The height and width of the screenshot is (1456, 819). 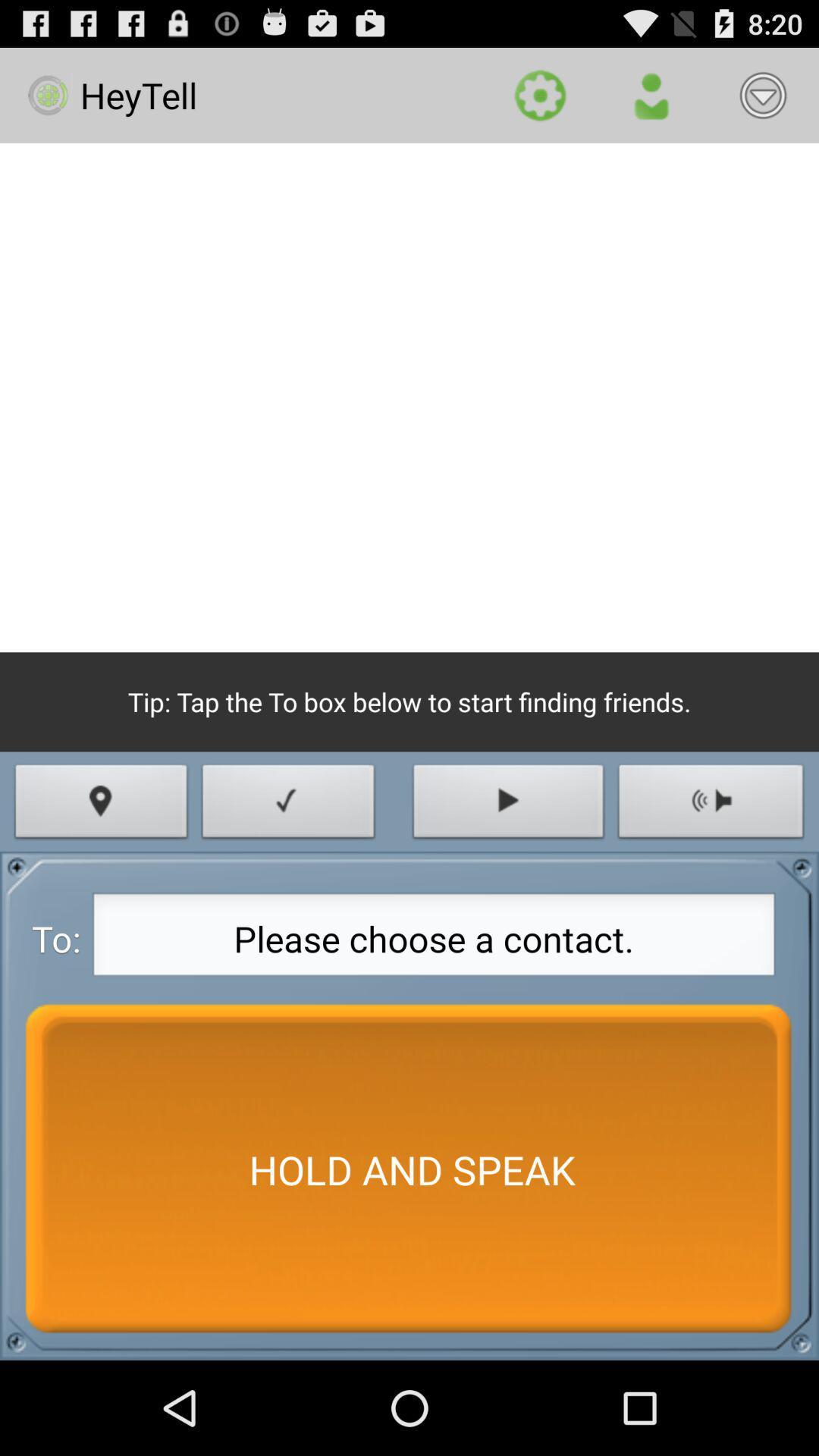 What do you see at coordinates (288, 805) in the screenshot?
I see `the item below the tip tap the app` at bounding box center [288, 805].